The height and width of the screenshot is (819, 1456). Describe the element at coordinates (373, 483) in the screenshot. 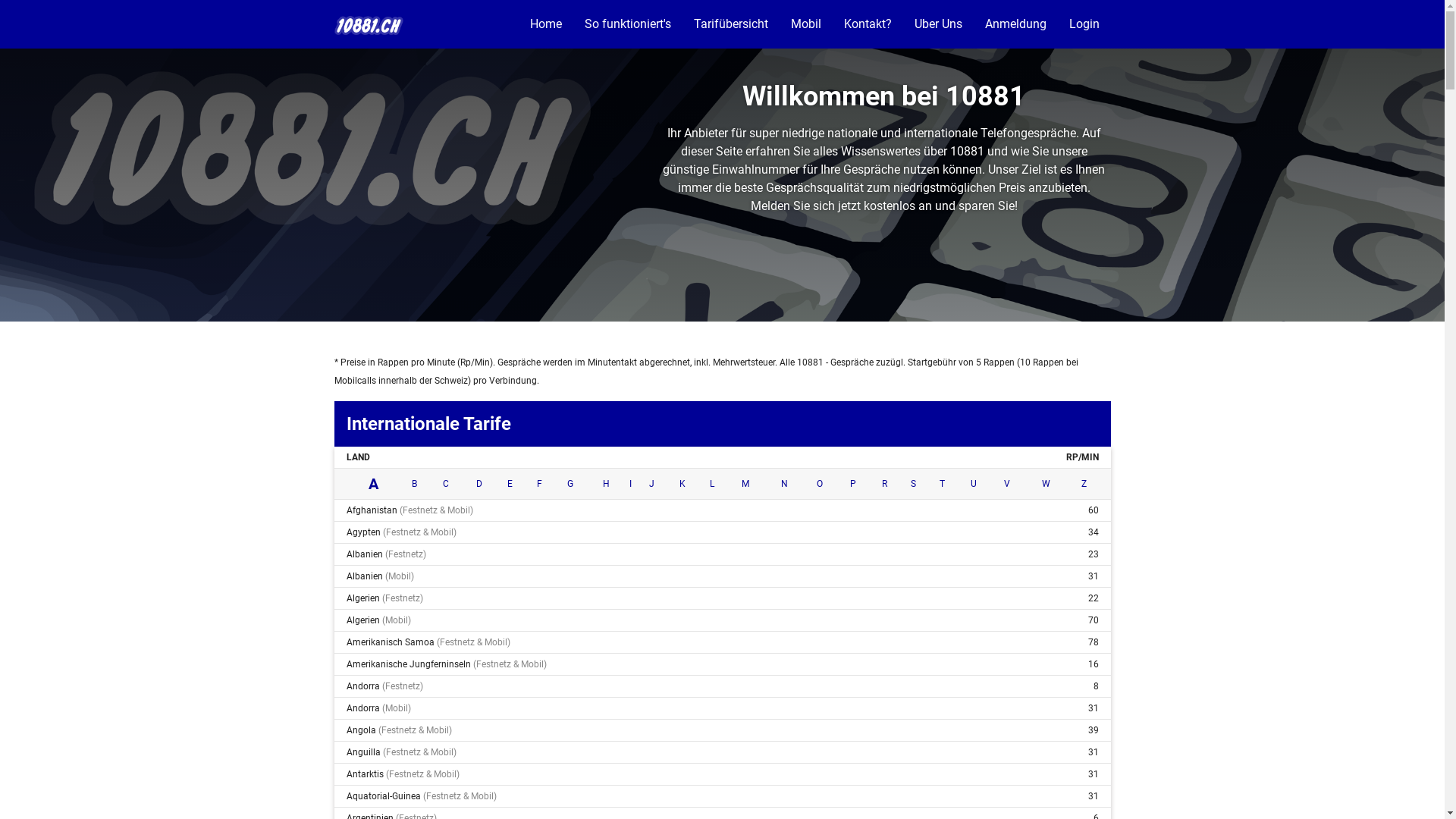

I see `'A'` at that location.